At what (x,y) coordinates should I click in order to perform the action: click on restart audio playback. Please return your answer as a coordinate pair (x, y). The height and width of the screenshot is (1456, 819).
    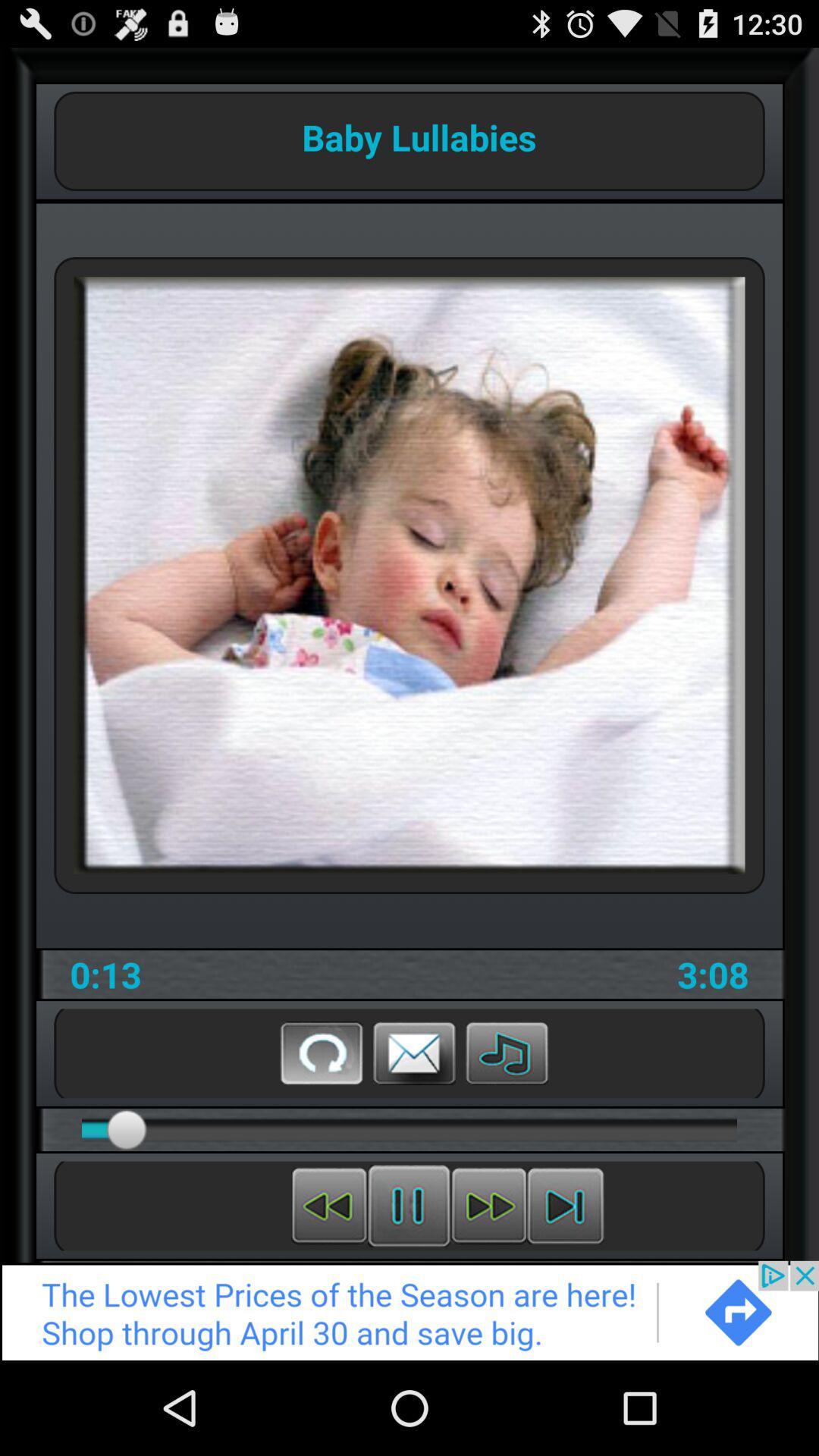
    Looking at the image, I should click on (328, 1205).